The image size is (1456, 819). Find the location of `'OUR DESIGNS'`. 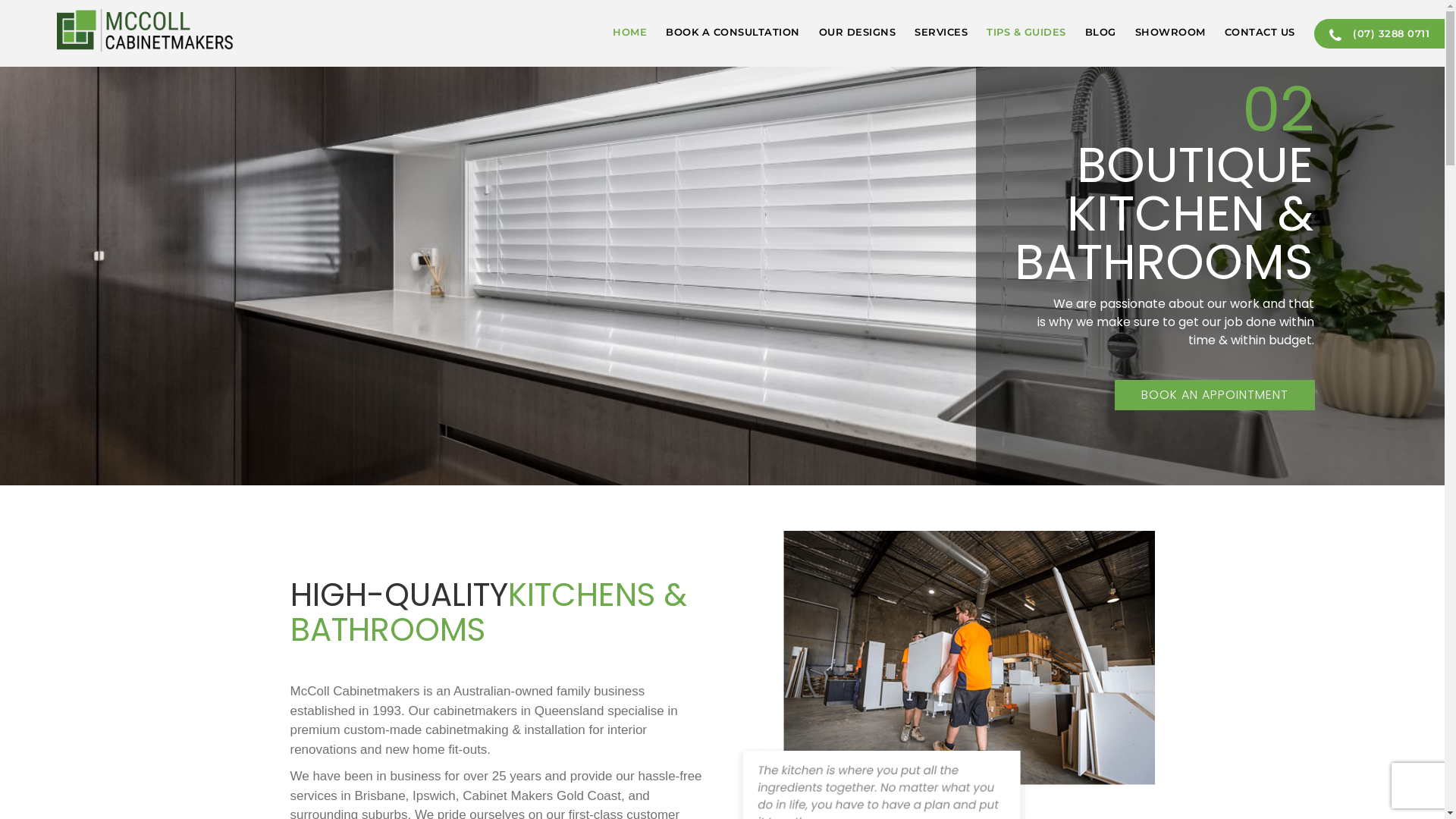

'OUR DESIGNS' is located at coordinates (846, 30).